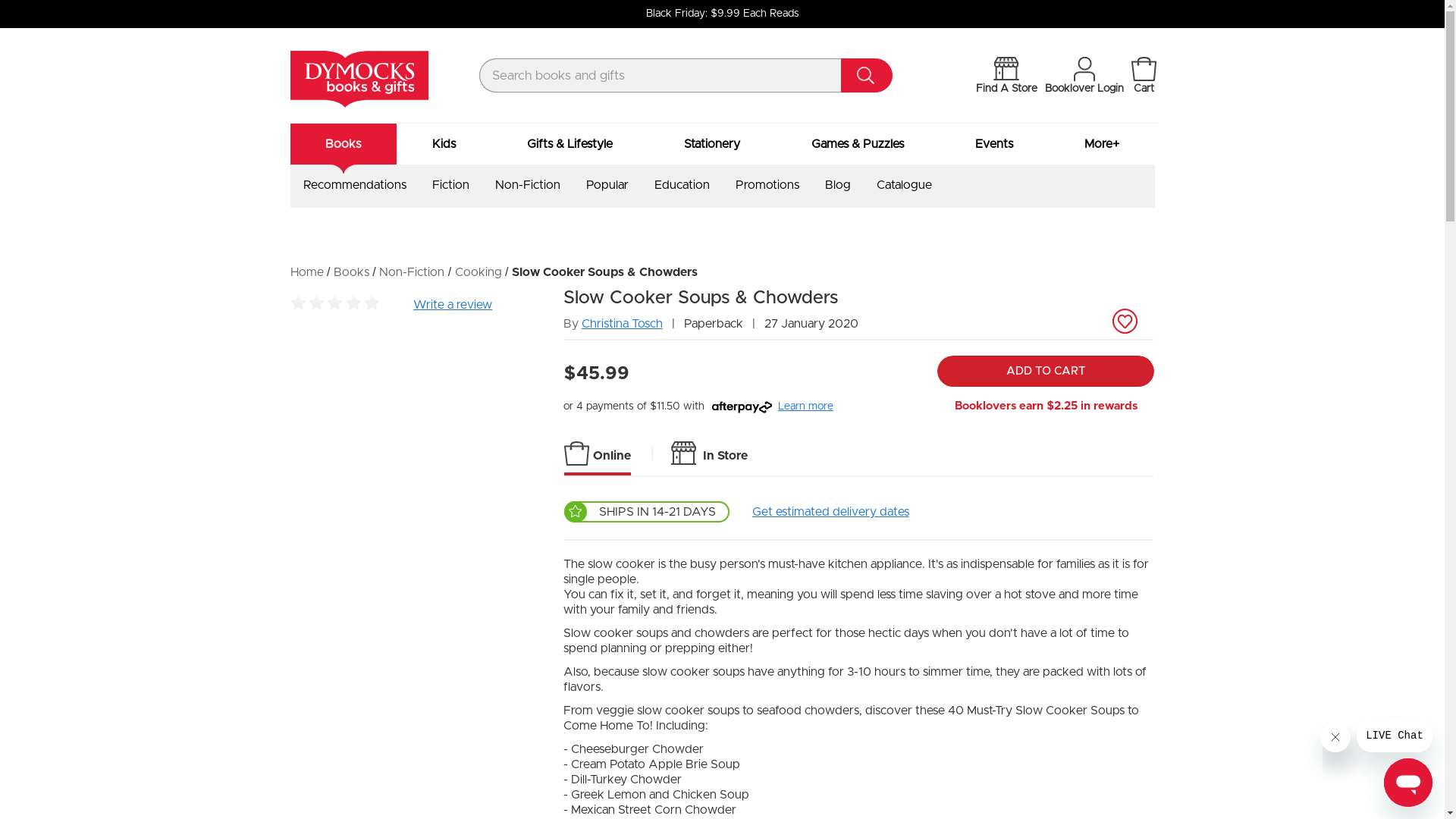 This screenshot has height=819, width=1456. Describe the element at coordinates (1100, 143) in the screenshot. I see `'More+'` at that location.